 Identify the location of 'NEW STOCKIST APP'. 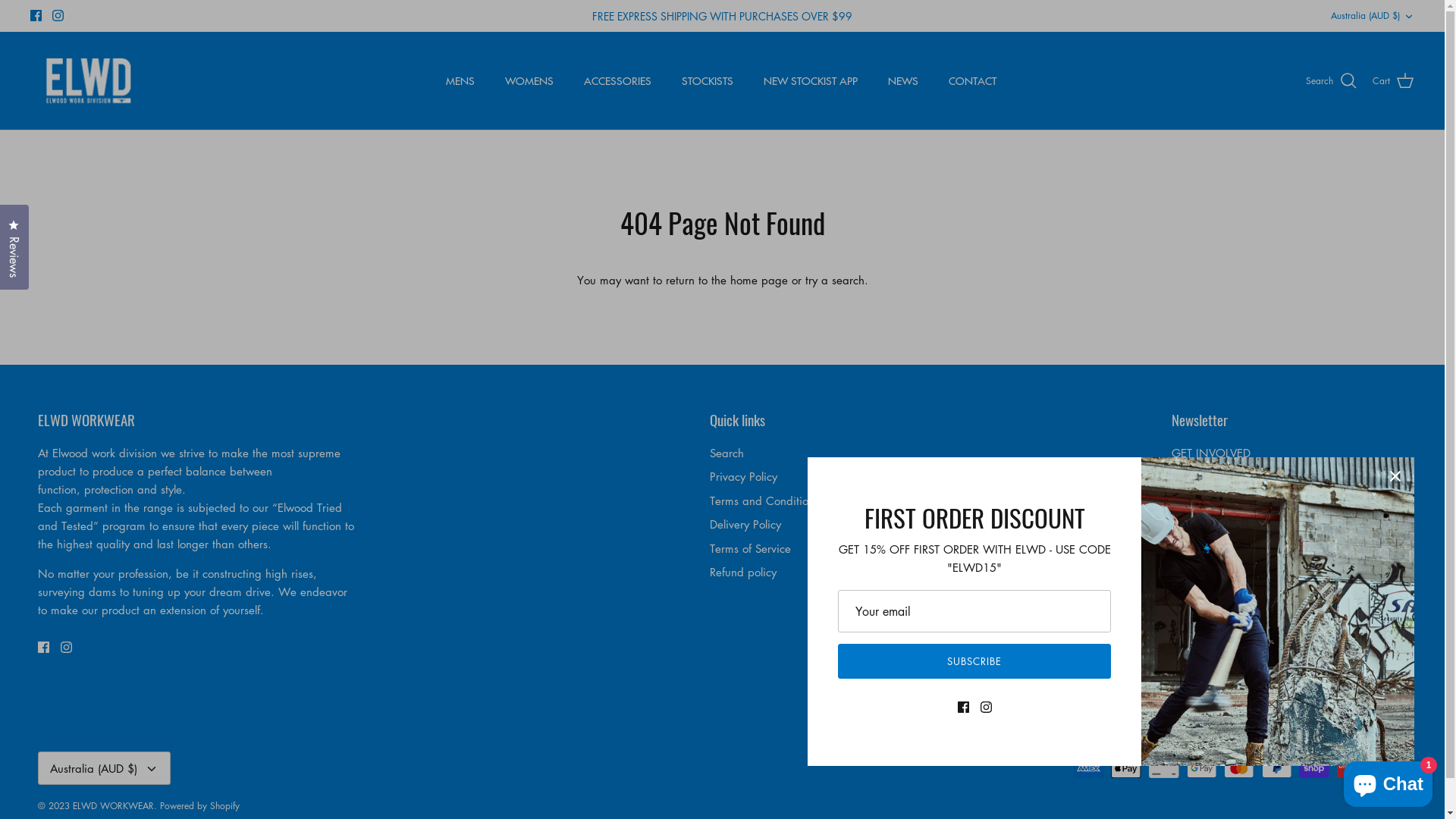
(749, 80).